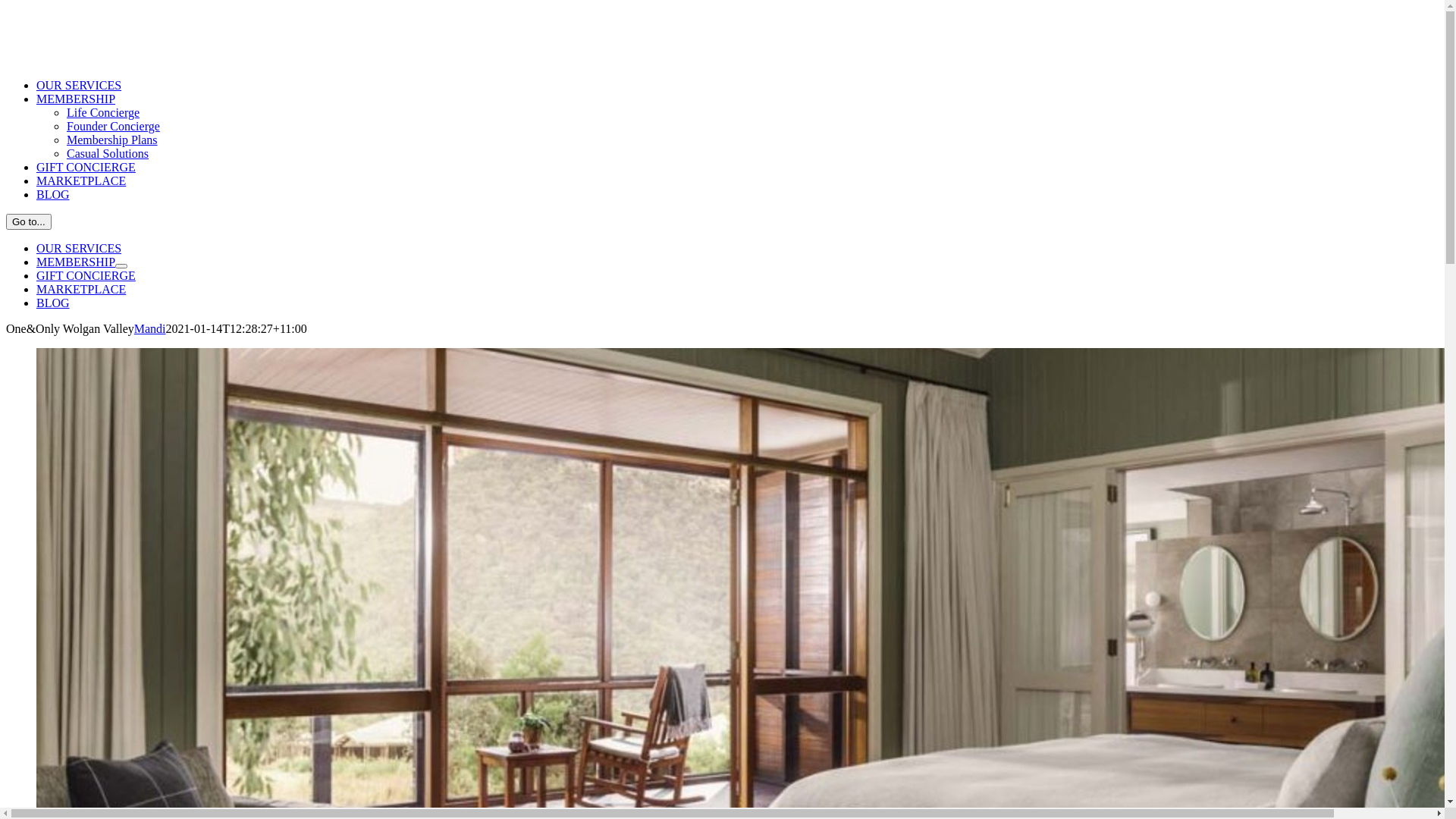 The height and width of the screenshot is (819, 1456). Describe the element at coordinates (80, 180) in the screenshot. I see `'MARKETPLACE'` at that location.